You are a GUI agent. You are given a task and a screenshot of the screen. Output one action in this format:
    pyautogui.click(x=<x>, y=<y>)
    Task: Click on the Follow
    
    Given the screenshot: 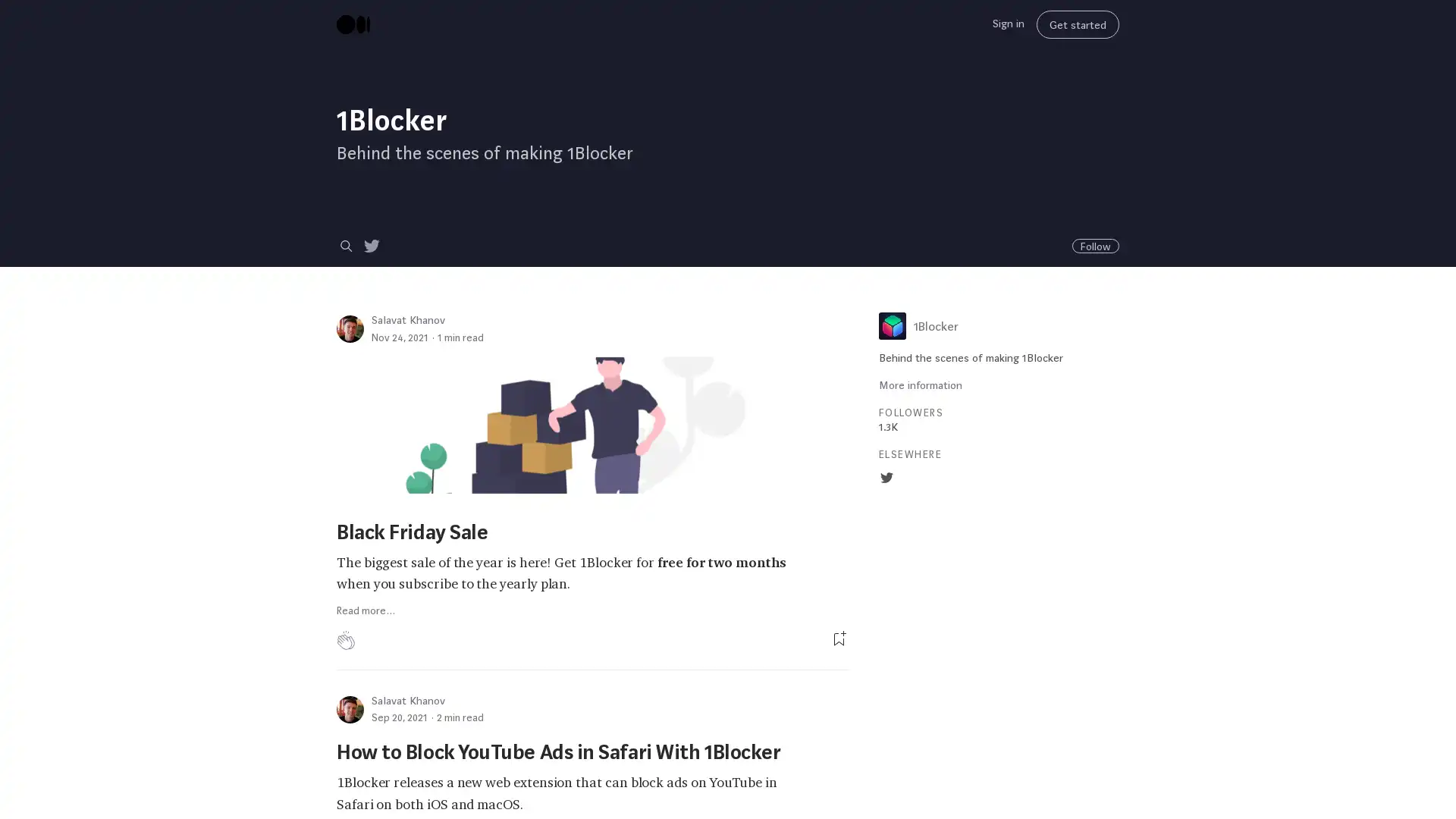 What is the action you would take?
    pyautogui.click(x=1095, y=245)
    